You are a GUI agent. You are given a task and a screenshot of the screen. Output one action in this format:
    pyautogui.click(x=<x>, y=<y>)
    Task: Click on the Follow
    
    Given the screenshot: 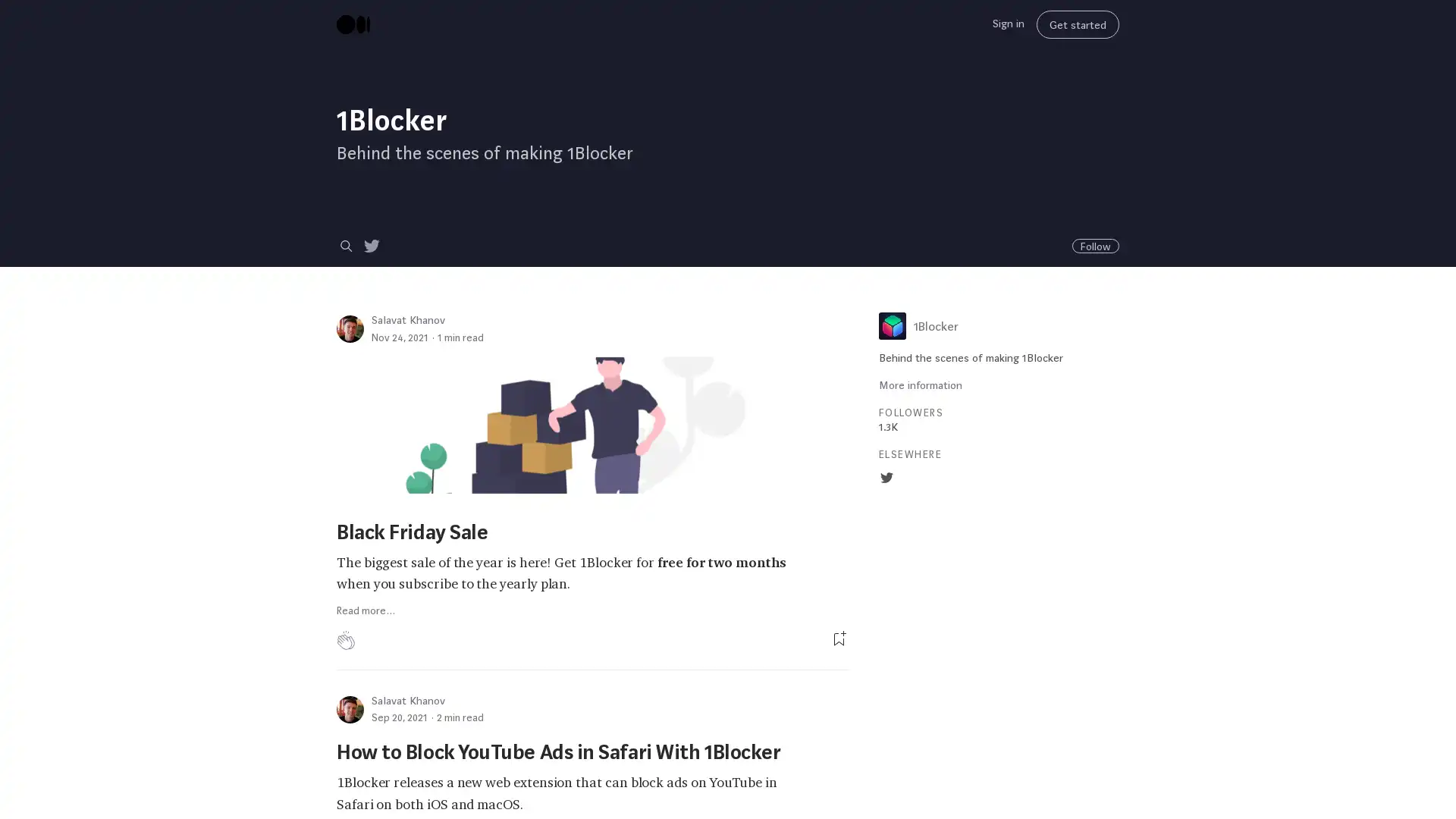 What is the action you would take?
    pyautogui.click(x=1095, y=245)
    